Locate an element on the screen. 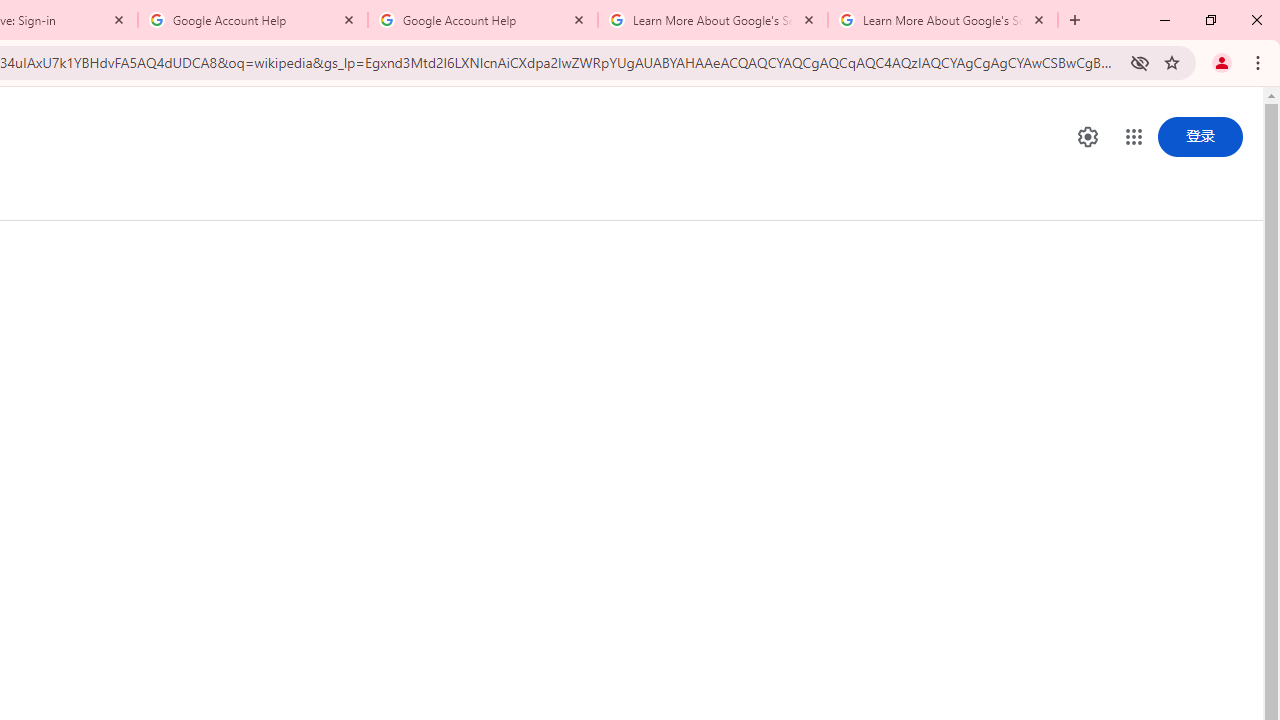 The image size is (1280, 720). 'You' is located at coordinates (1220, 61).